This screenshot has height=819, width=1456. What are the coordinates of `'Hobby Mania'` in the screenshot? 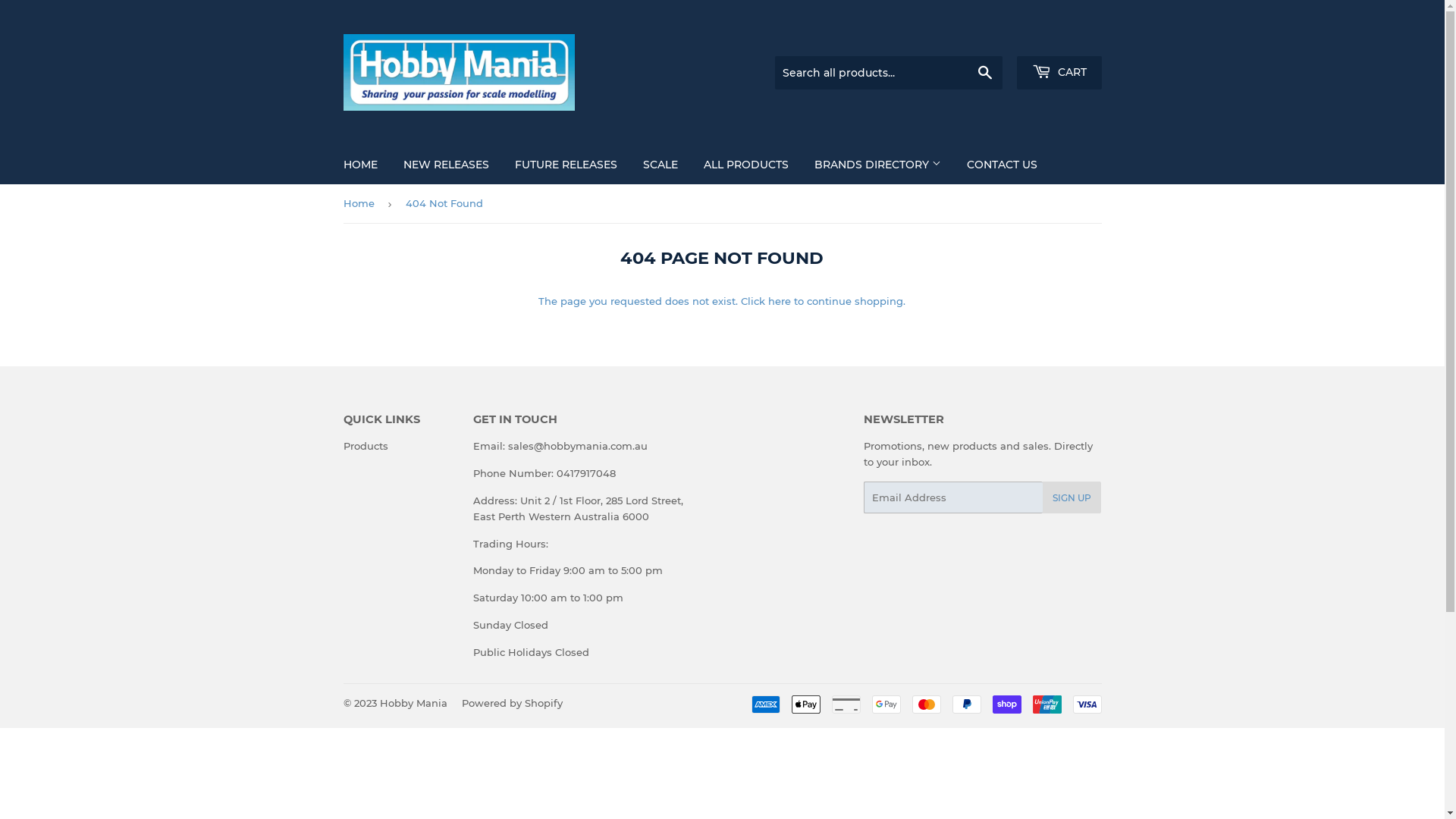 It's located at (413, 702).